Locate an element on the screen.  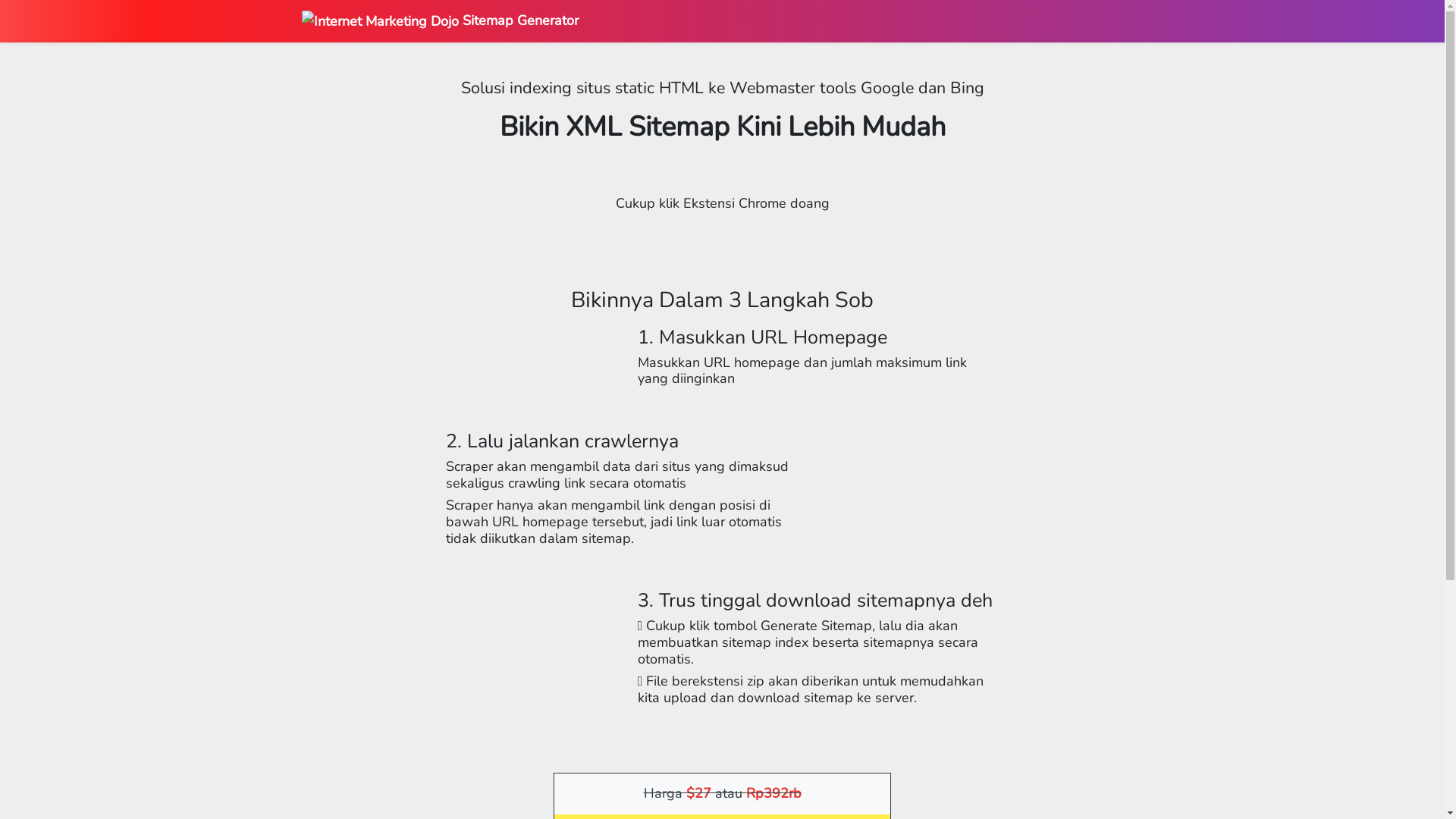
'Sitemap Generator' is located at coordinates (439, 20).